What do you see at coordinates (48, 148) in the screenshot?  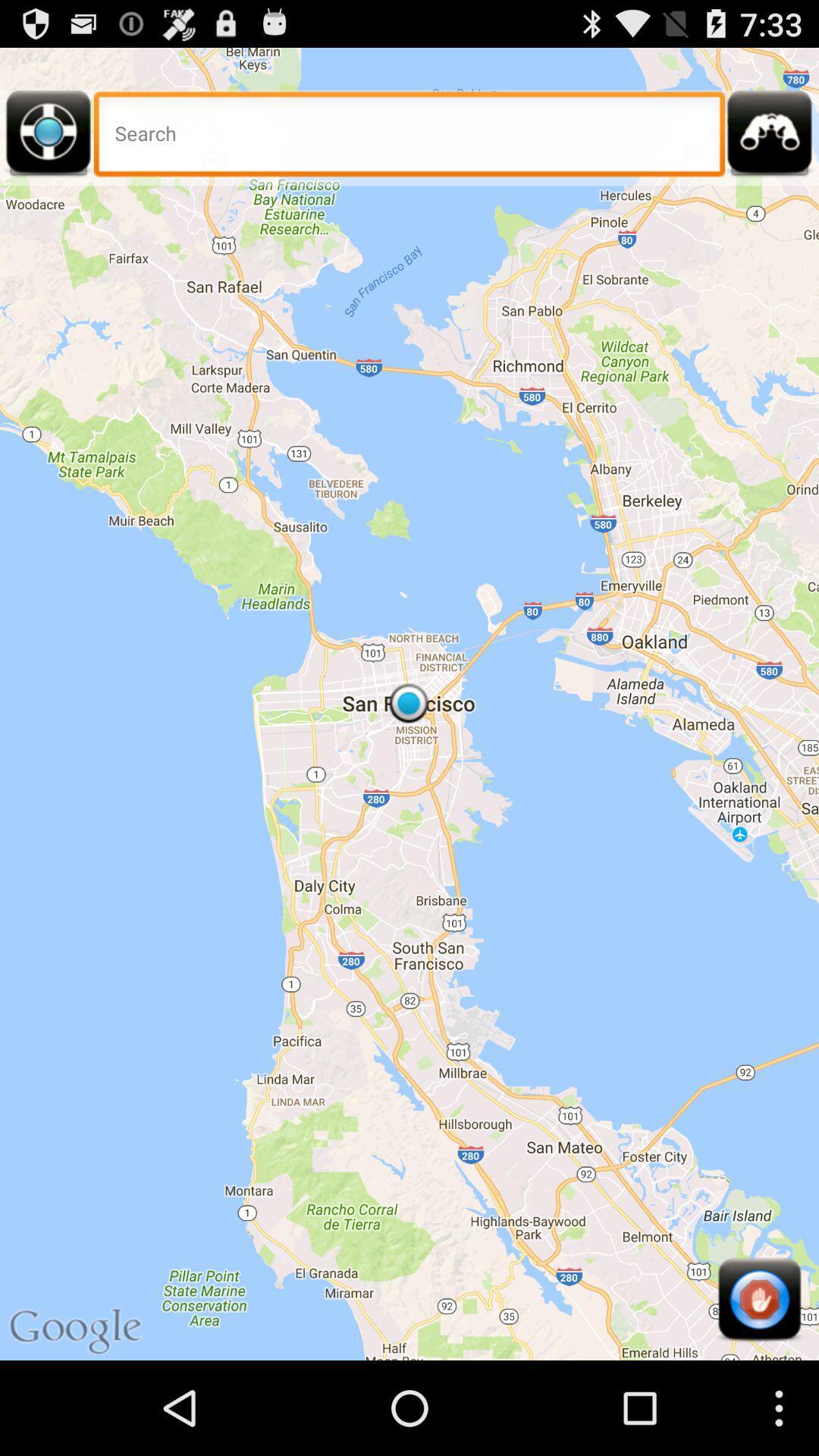 I see `the location_crosshair icon` at bounding box center [48, 148].